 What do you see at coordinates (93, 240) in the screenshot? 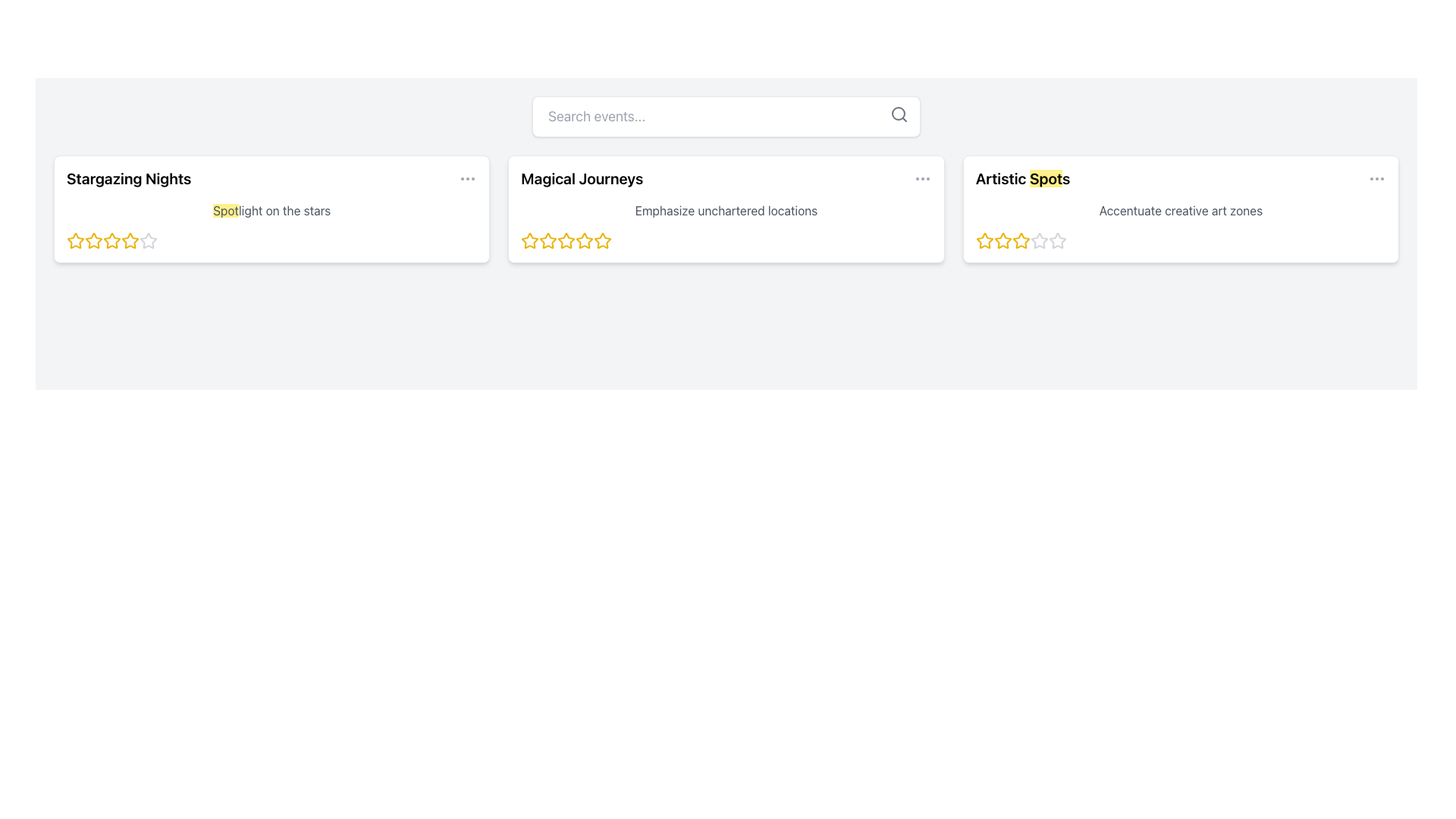
I see `the first star-shaped icon with a yellow outline in the rating system below the title 'Stargazing Nights'` at bounding box center [93, 240].